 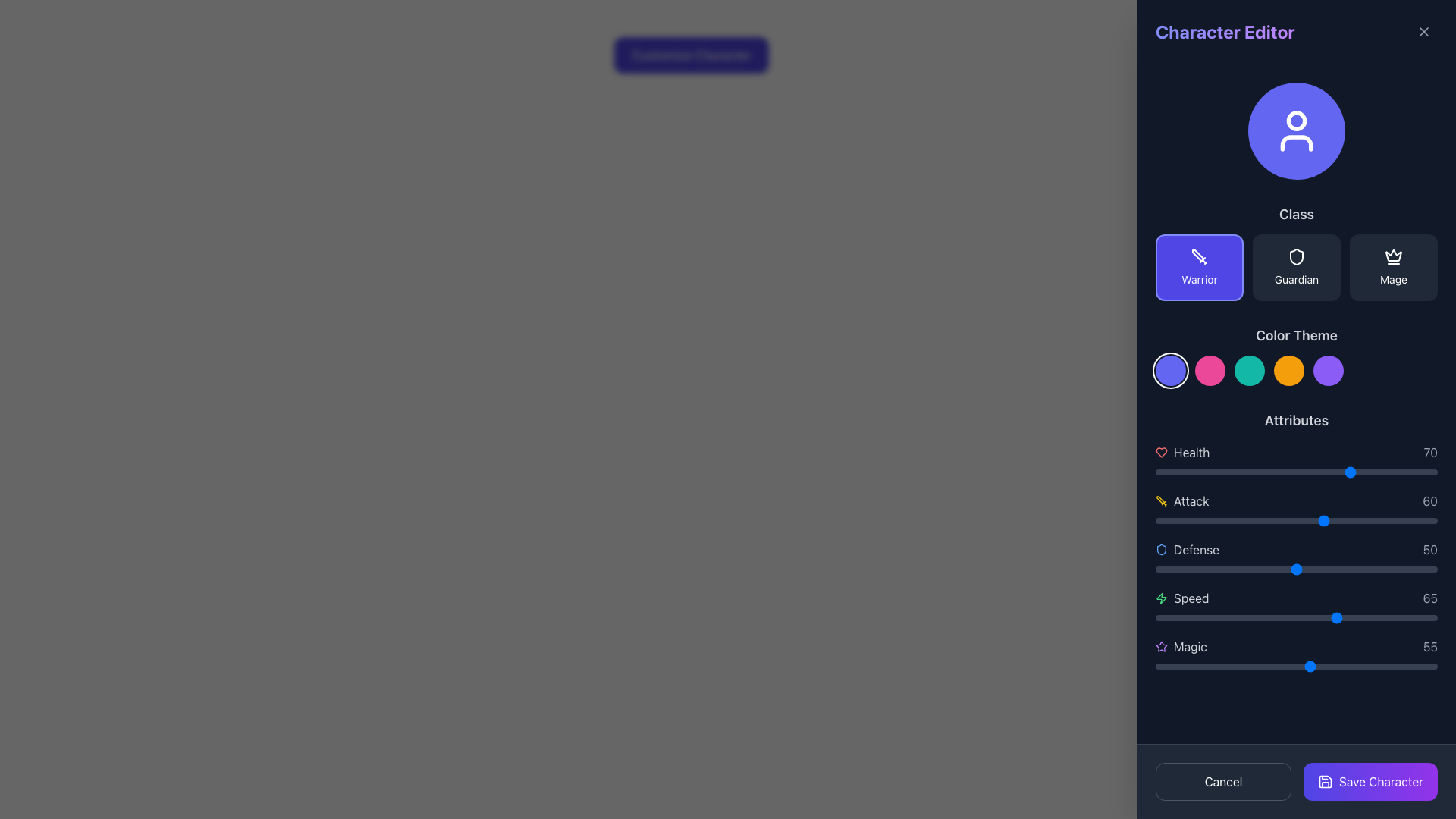 I want to click on the cancel button located at the bottom-left corner of the interface to observe a color change, so click(x=1223, y=781).